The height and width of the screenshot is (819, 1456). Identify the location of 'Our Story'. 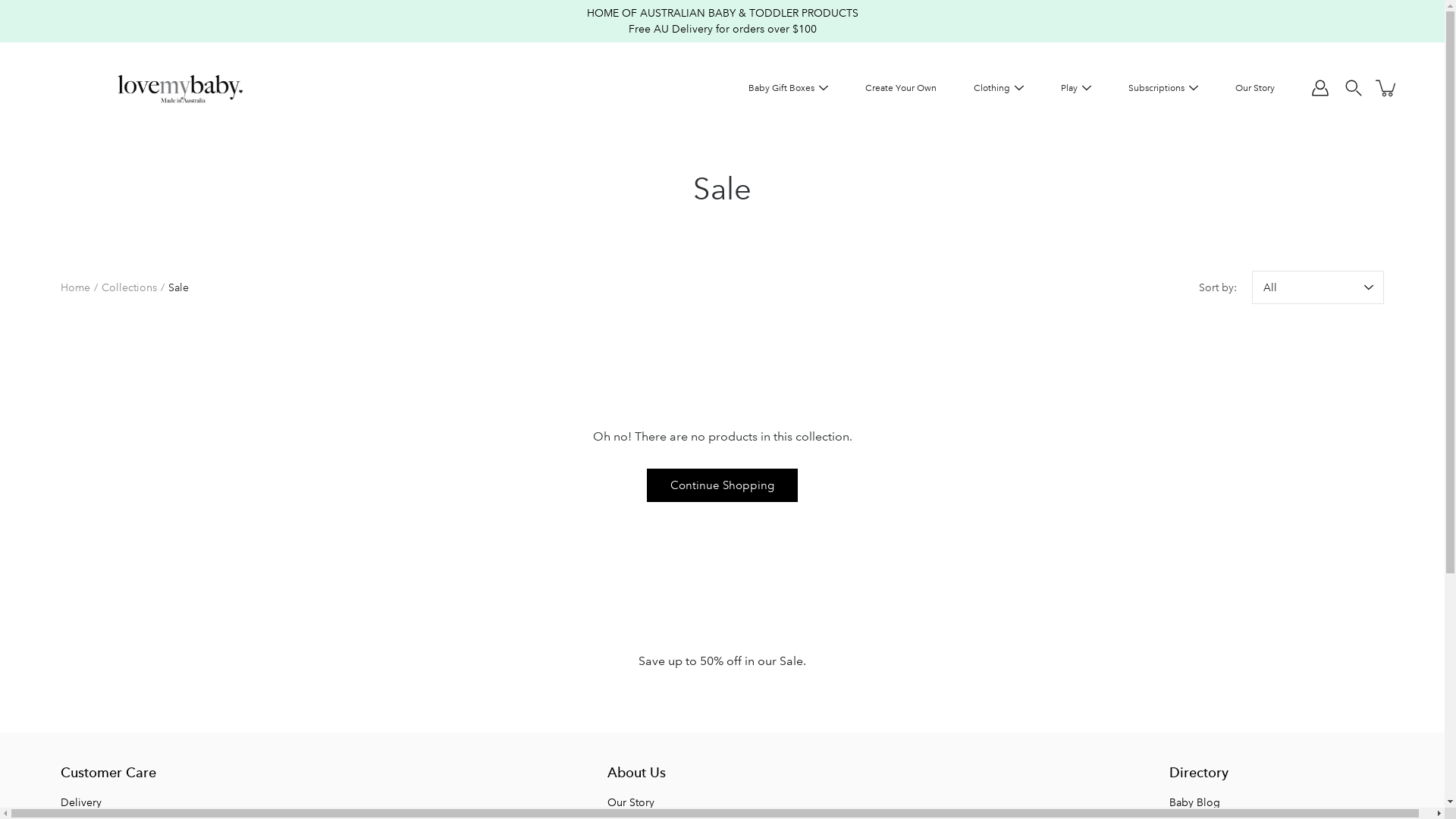
(607, 801).